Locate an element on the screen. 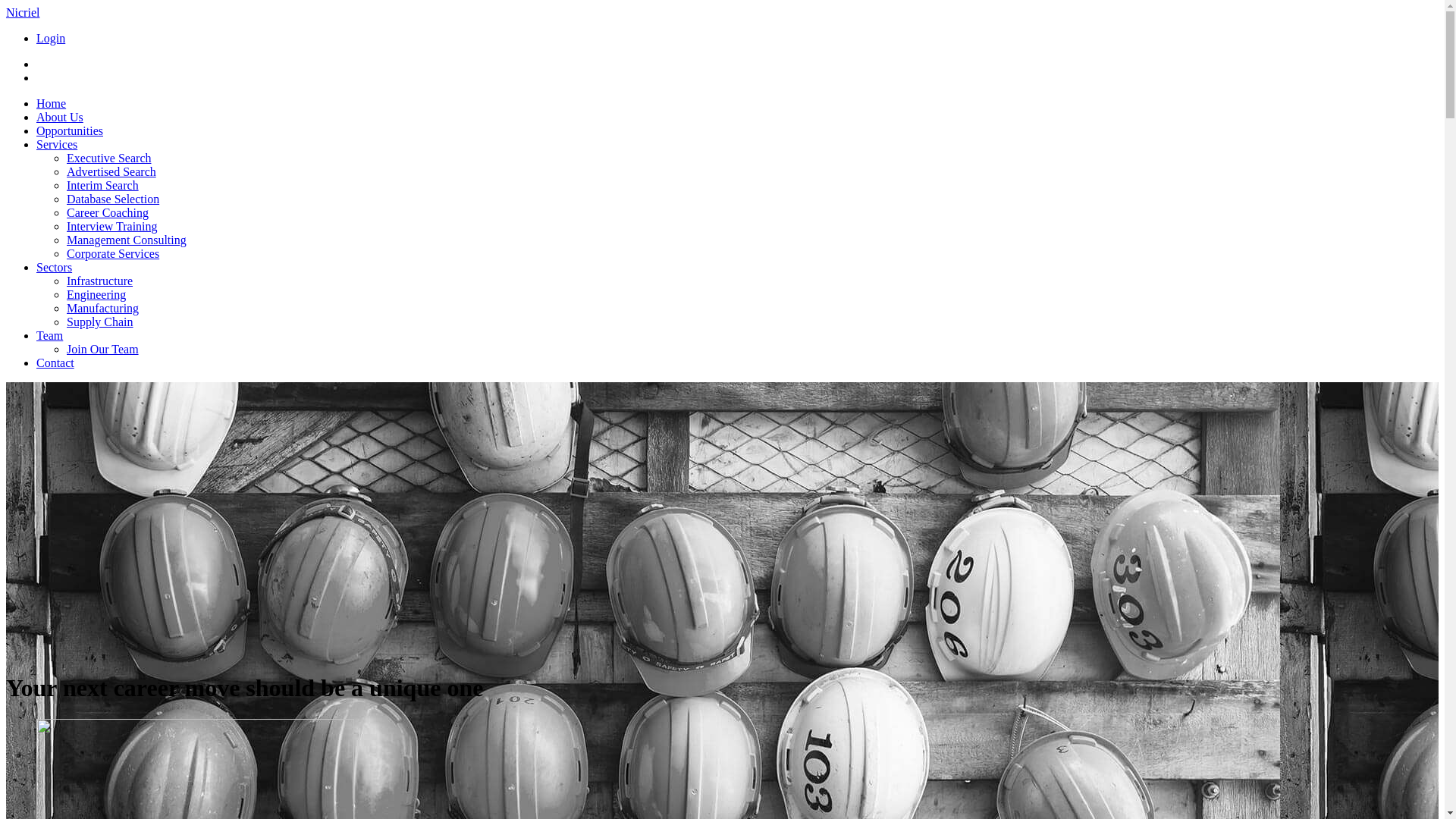 Image resolution: width=1456 pixels, height=819 pixels. 'Services' is located at coordinates (57, 144).